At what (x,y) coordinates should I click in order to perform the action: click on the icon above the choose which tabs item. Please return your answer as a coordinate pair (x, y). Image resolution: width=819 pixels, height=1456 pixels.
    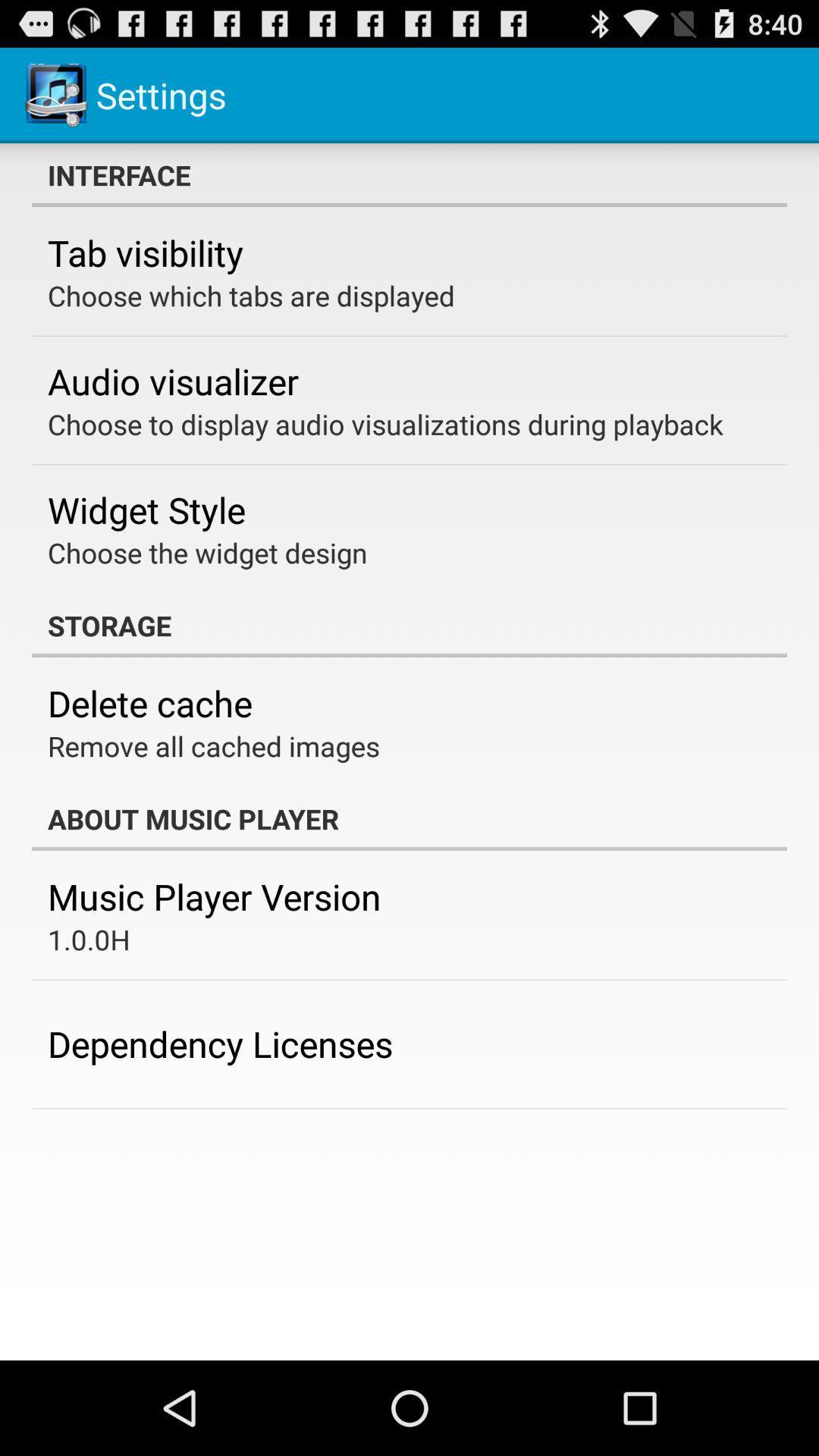
    Looking at the image, I should click on (146, 253).